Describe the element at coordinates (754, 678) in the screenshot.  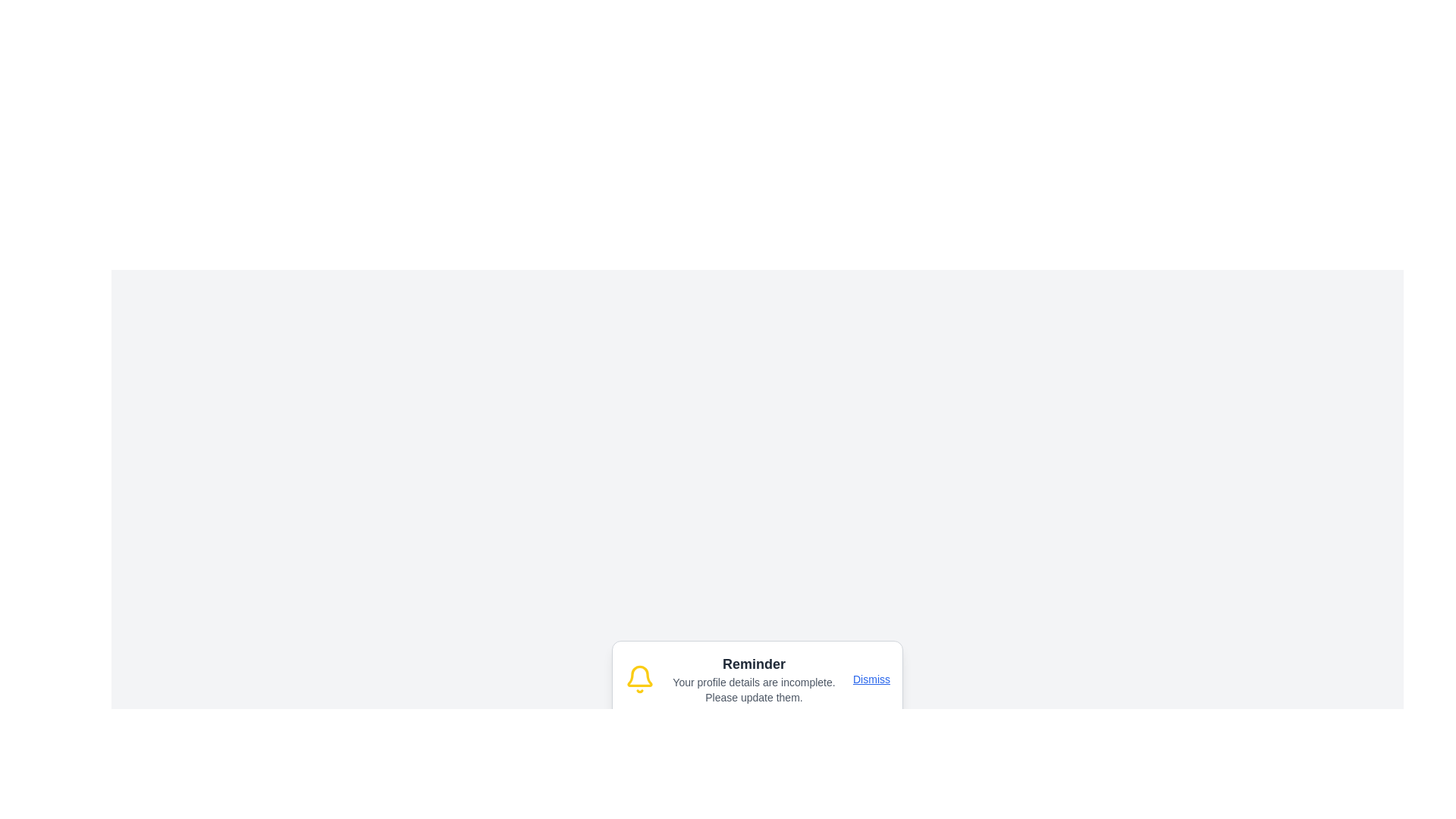
I see `the Informational Text Block that notifies users about incomplete profile details, located between a yellow bell icon and a 'Dismiss' link` at that location.